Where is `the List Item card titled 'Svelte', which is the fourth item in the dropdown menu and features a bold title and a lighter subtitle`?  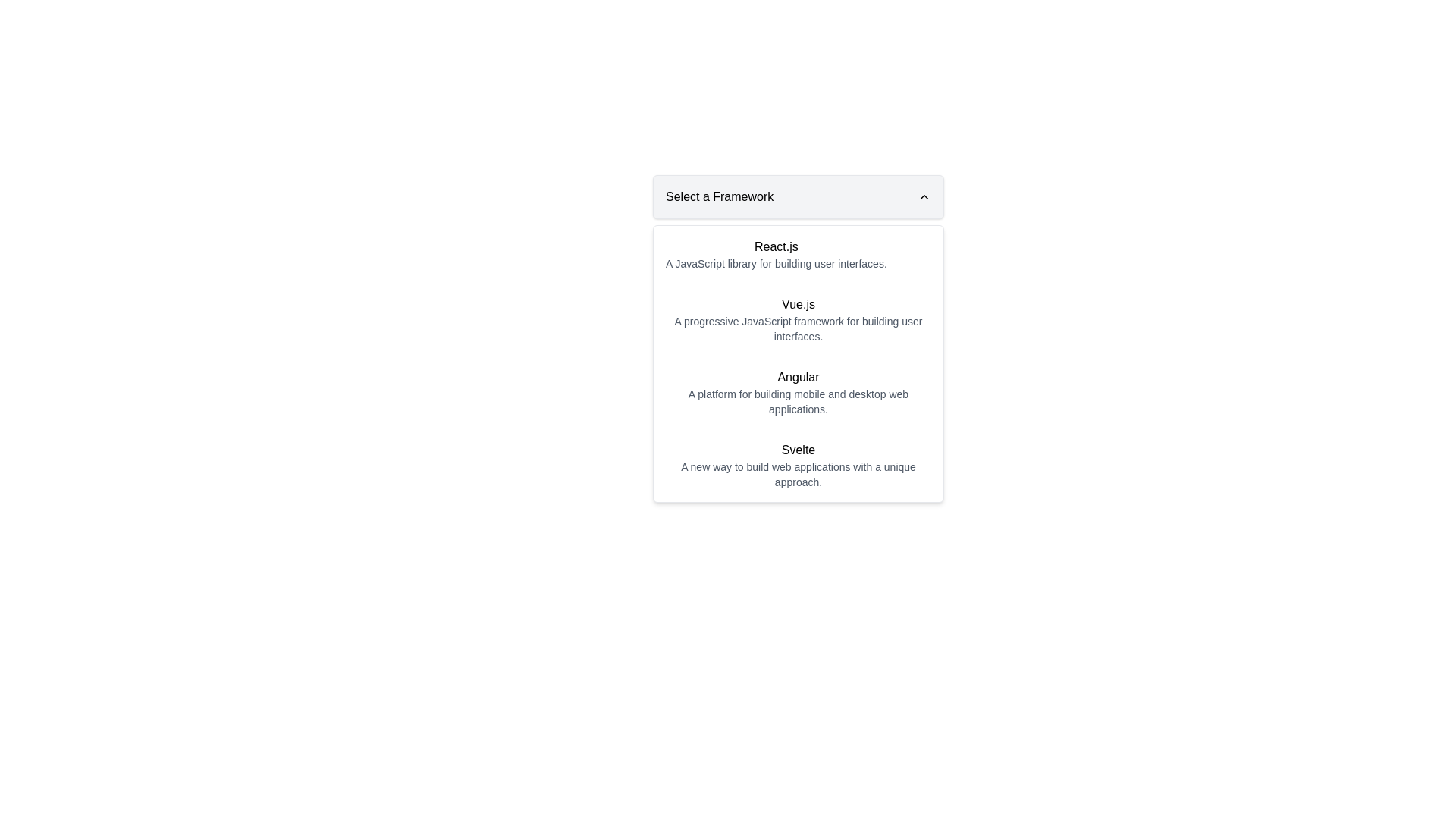
the List Item card titled 'Svelte', which is the fourth item in the dropdown menu and features a bold title and a lighter subtitle is located at coordinates (797, 464).